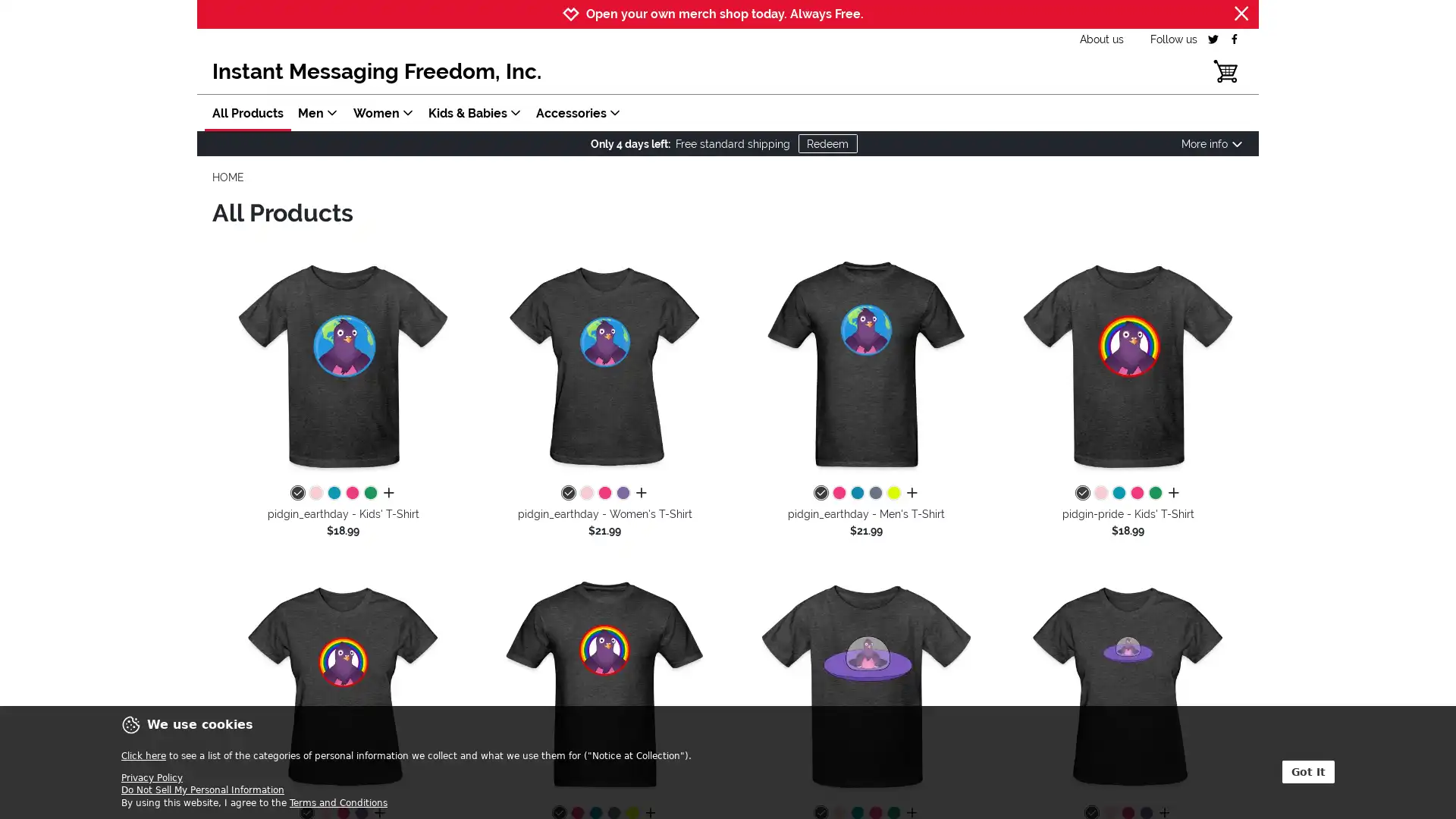 This screenshot has width=1456, height=819. What do you see at coordinates (837, 494) in the screenshot?
I see `fuchsia` at bounding box center [837, 494].